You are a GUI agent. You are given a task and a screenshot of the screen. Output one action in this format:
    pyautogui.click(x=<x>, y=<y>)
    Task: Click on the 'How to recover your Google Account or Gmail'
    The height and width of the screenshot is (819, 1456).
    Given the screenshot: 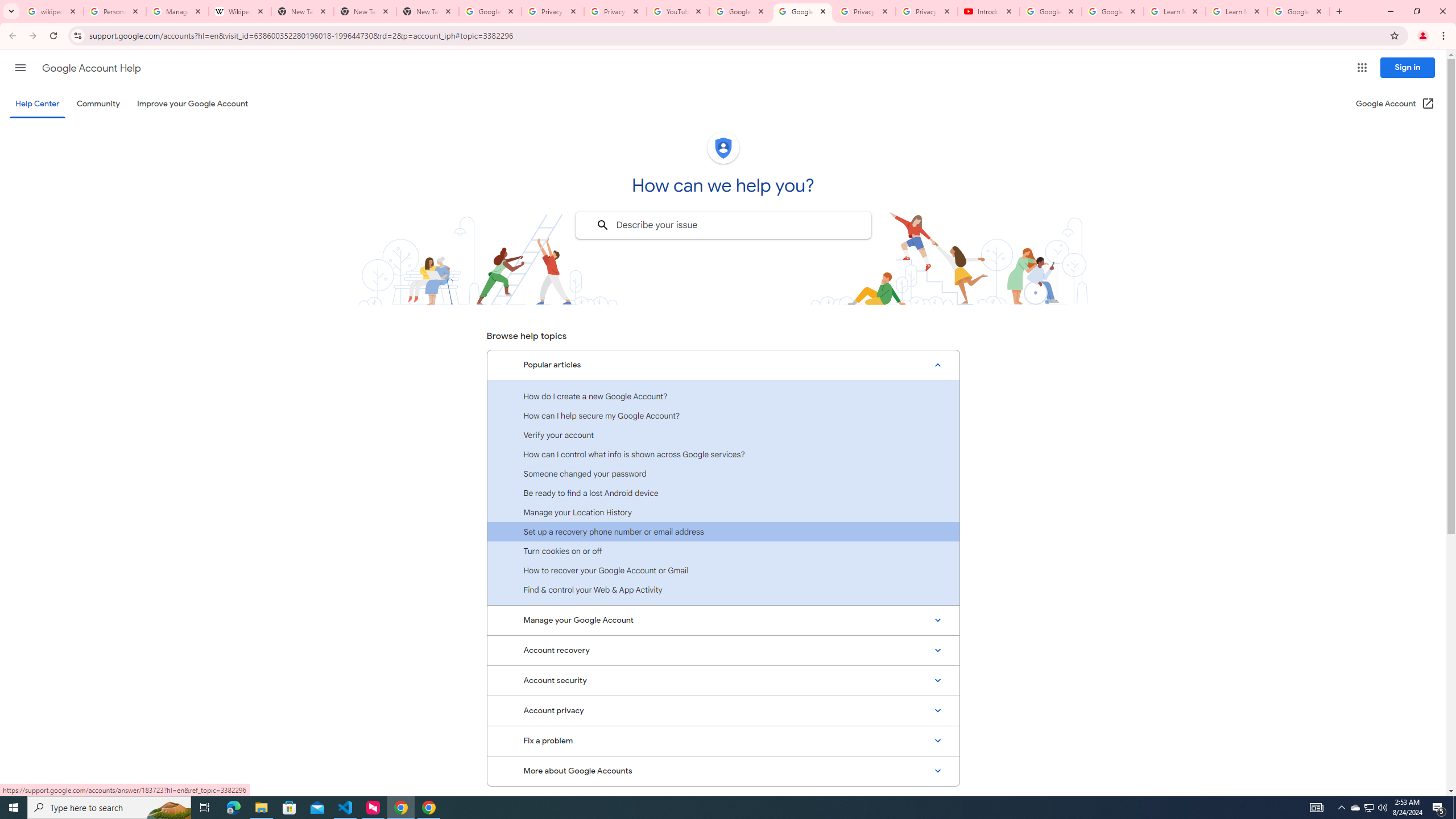 What is the action you would take?
    pyautogui.click(x=723, y=570)
    